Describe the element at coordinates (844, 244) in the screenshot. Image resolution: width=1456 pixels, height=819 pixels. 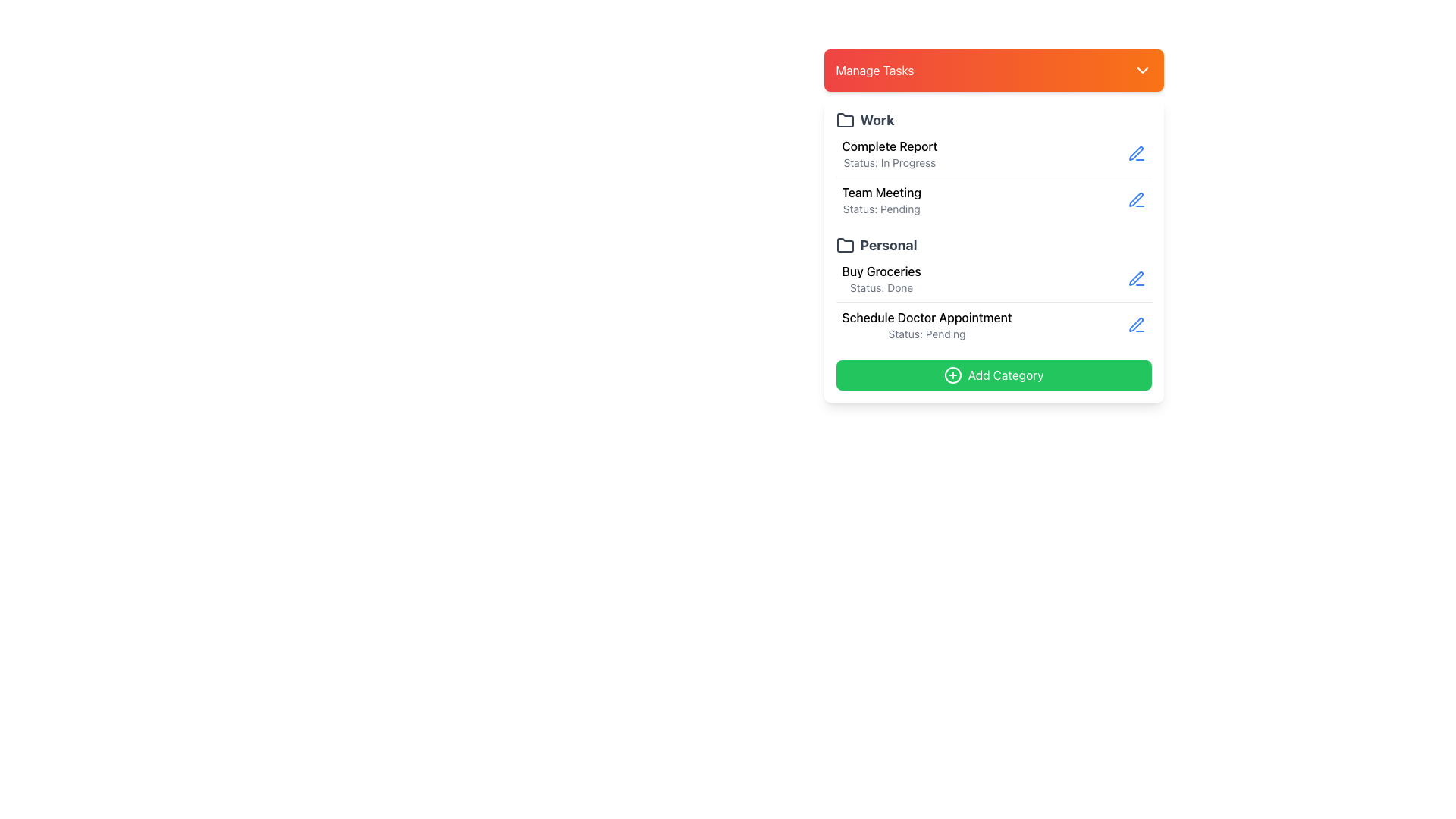
I see `the folder icon with a rectangular body and a tab on its top-left corner, located to the left of the 'Personal' text label in the 'Manage Tasks' interface` at that location.